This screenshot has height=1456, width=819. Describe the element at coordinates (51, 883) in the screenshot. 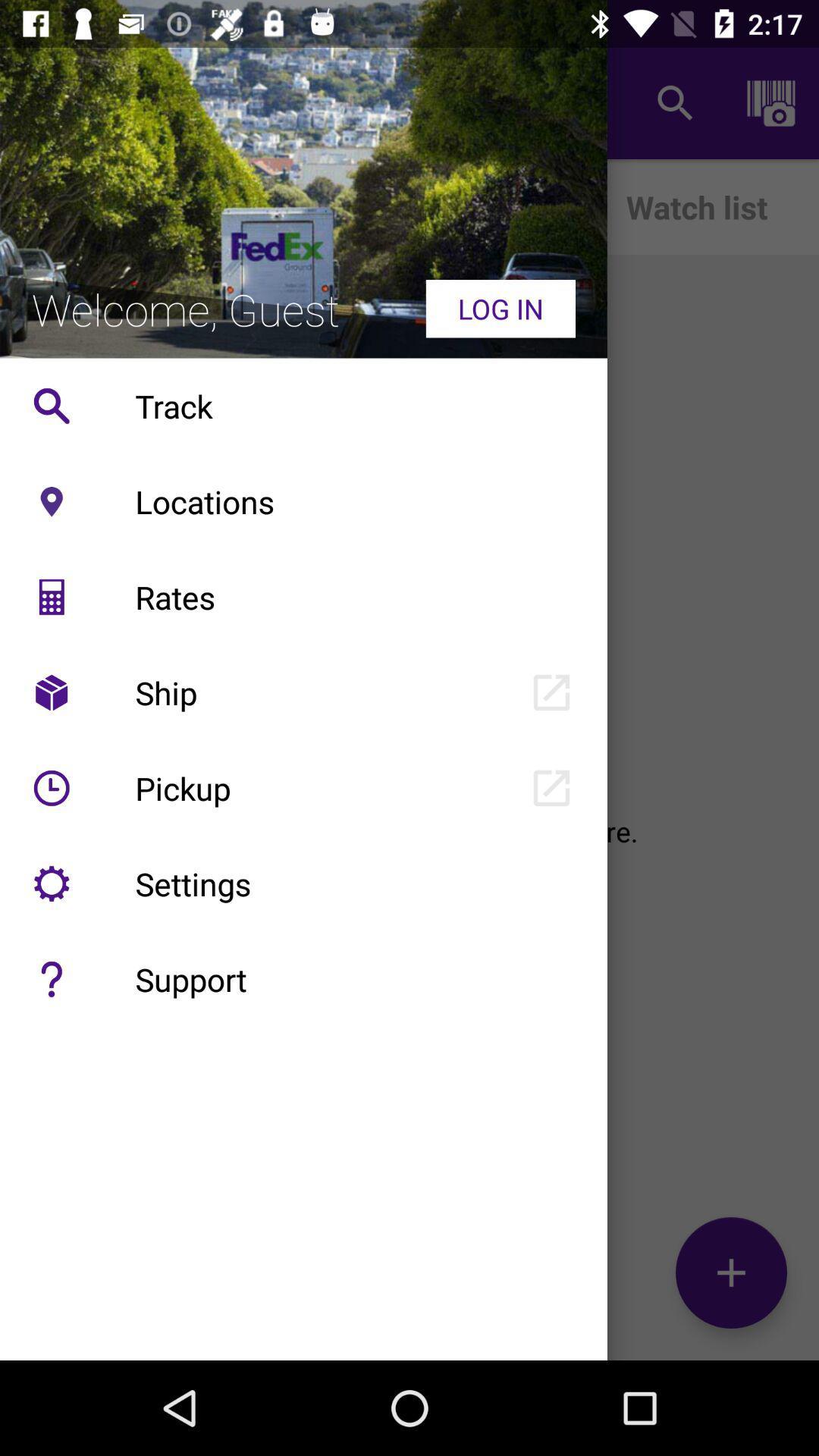

I see `the setting icon left to settings at the bottom of the page` at that location.